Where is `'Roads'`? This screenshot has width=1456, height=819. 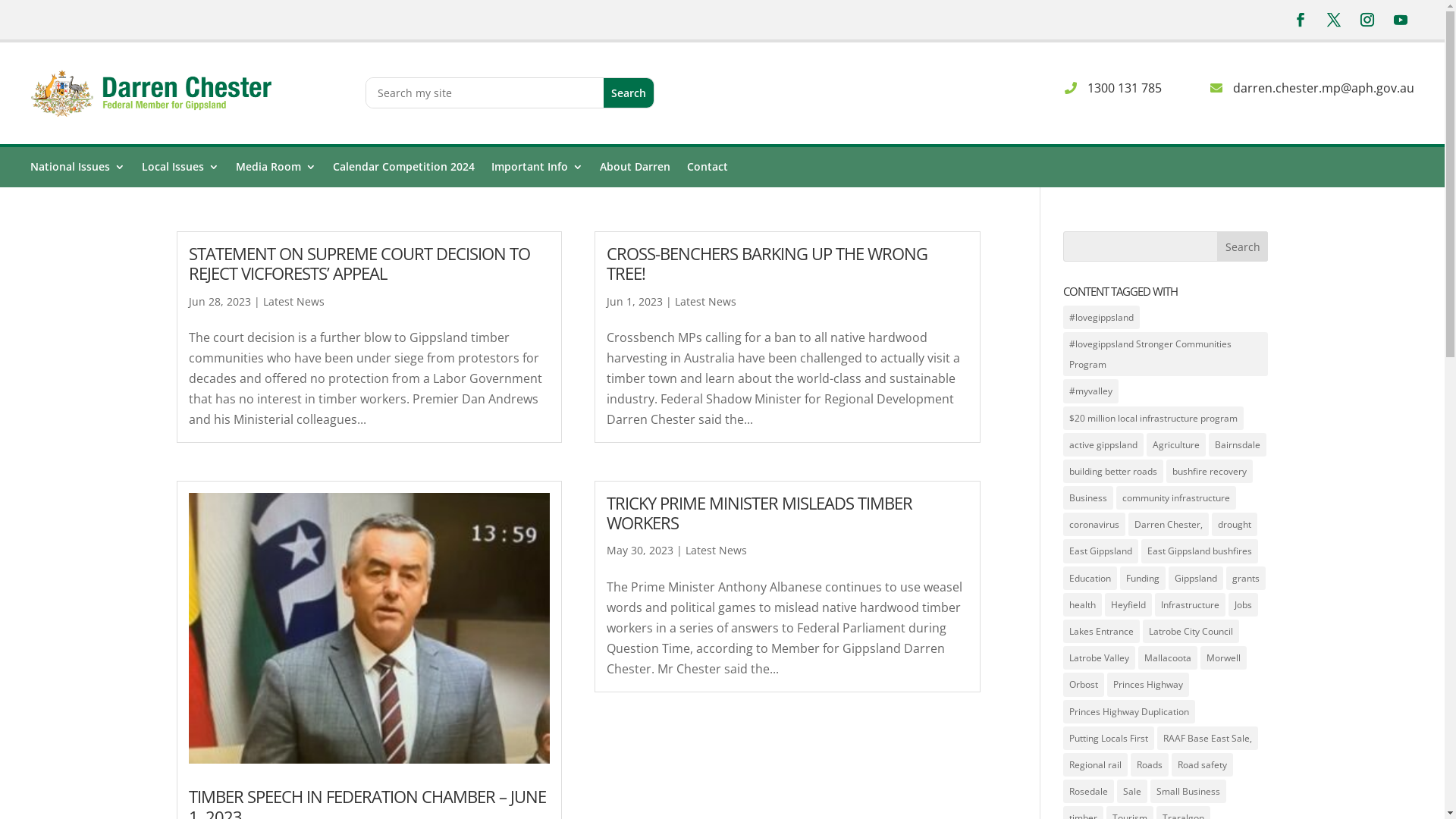
'Roads' is located at coordinates (1150, 764).